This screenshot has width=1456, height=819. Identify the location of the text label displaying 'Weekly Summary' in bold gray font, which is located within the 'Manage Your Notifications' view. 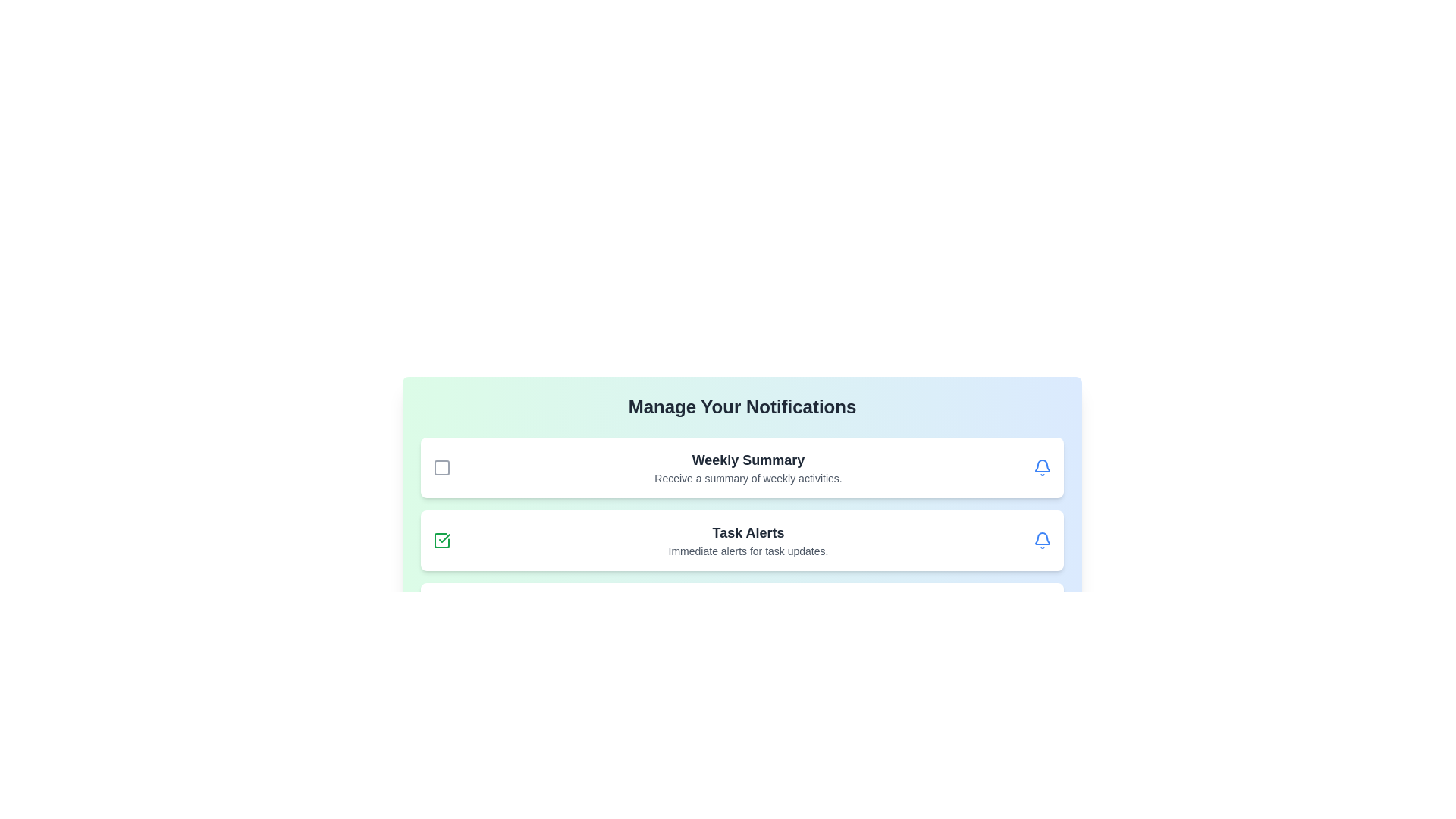
(748, 459).